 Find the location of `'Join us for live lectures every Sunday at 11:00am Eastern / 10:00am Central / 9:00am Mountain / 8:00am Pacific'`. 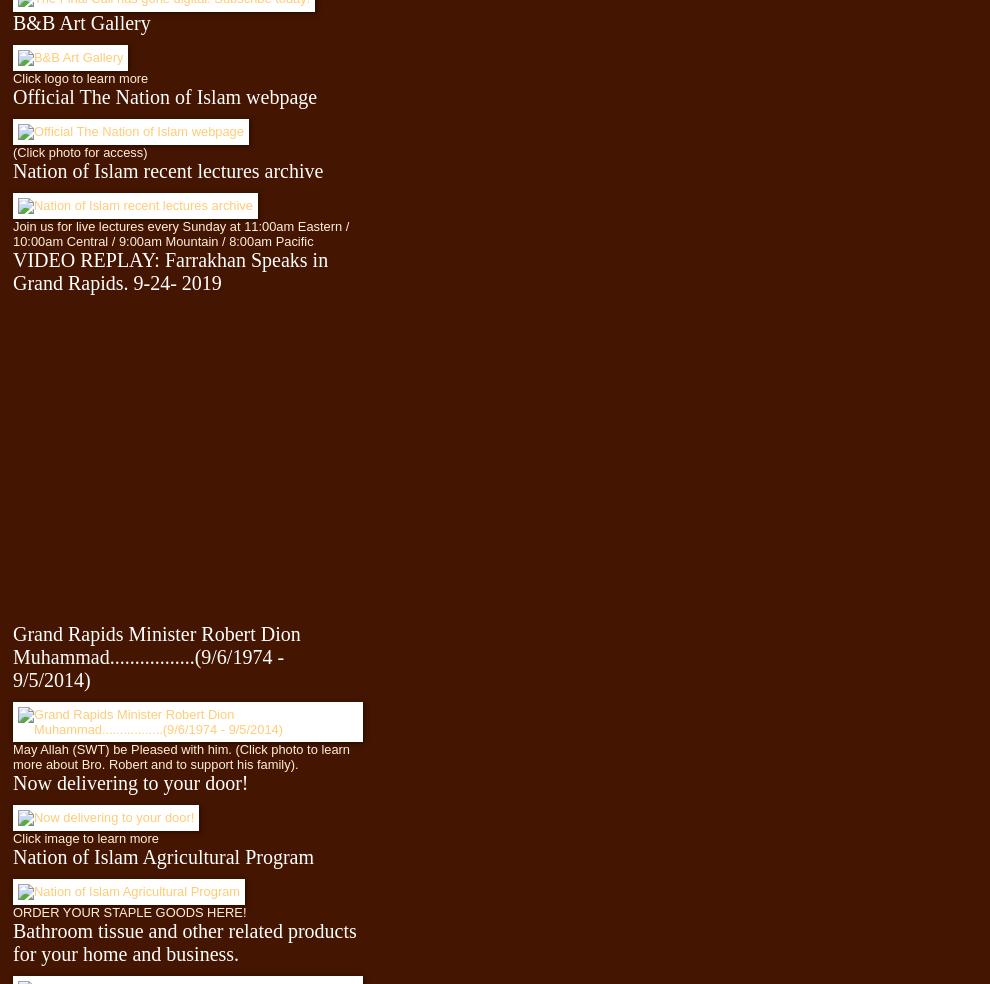

'Join us for live lectures every Sunday at 11:00am Eastern / 10:00am Central / 9:00am Mountain / 8:00am Pacific' is located at coordinates (180, 233).